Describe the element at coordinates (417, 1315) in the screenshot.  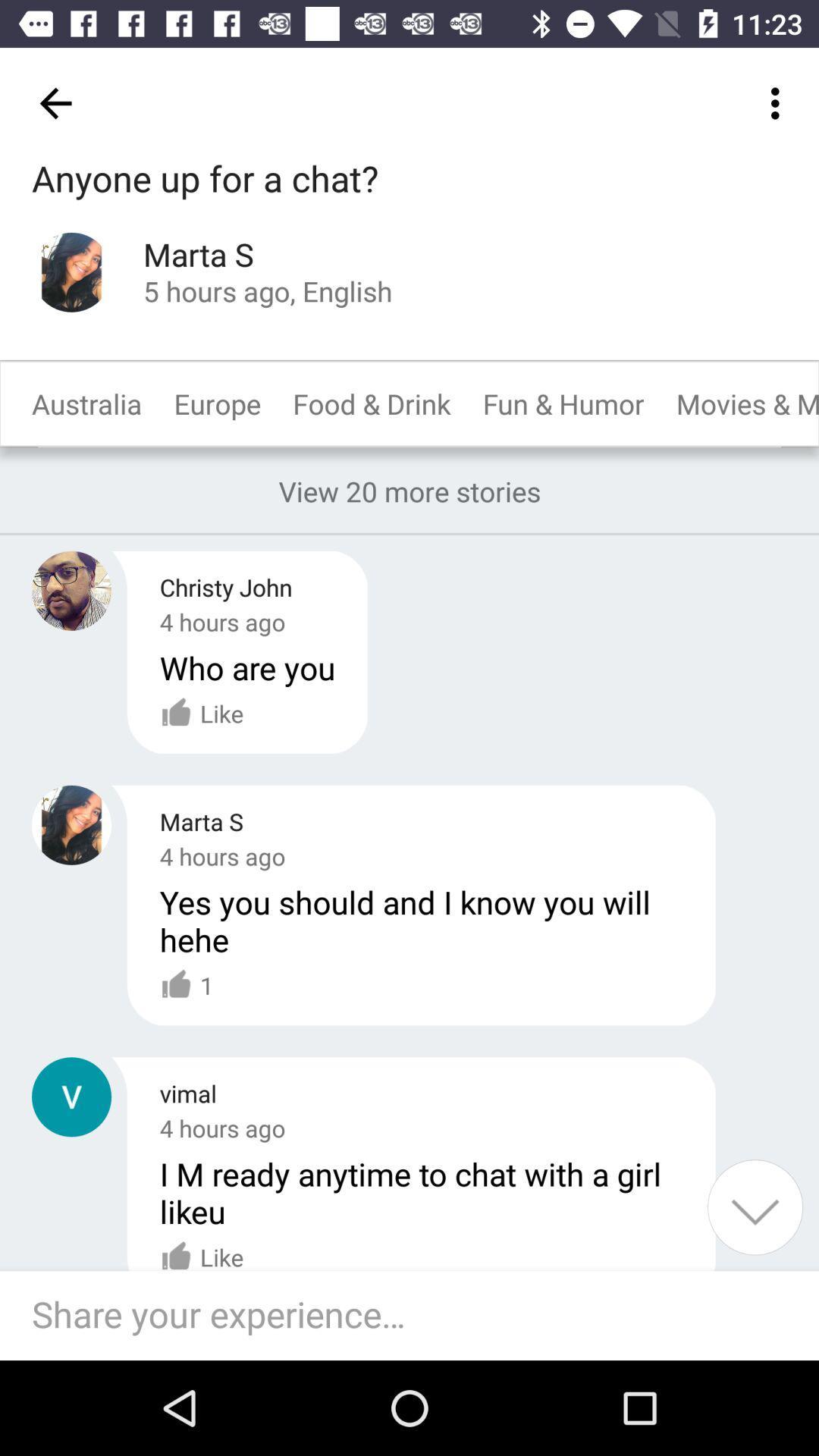
I see `share your experience` at that location.